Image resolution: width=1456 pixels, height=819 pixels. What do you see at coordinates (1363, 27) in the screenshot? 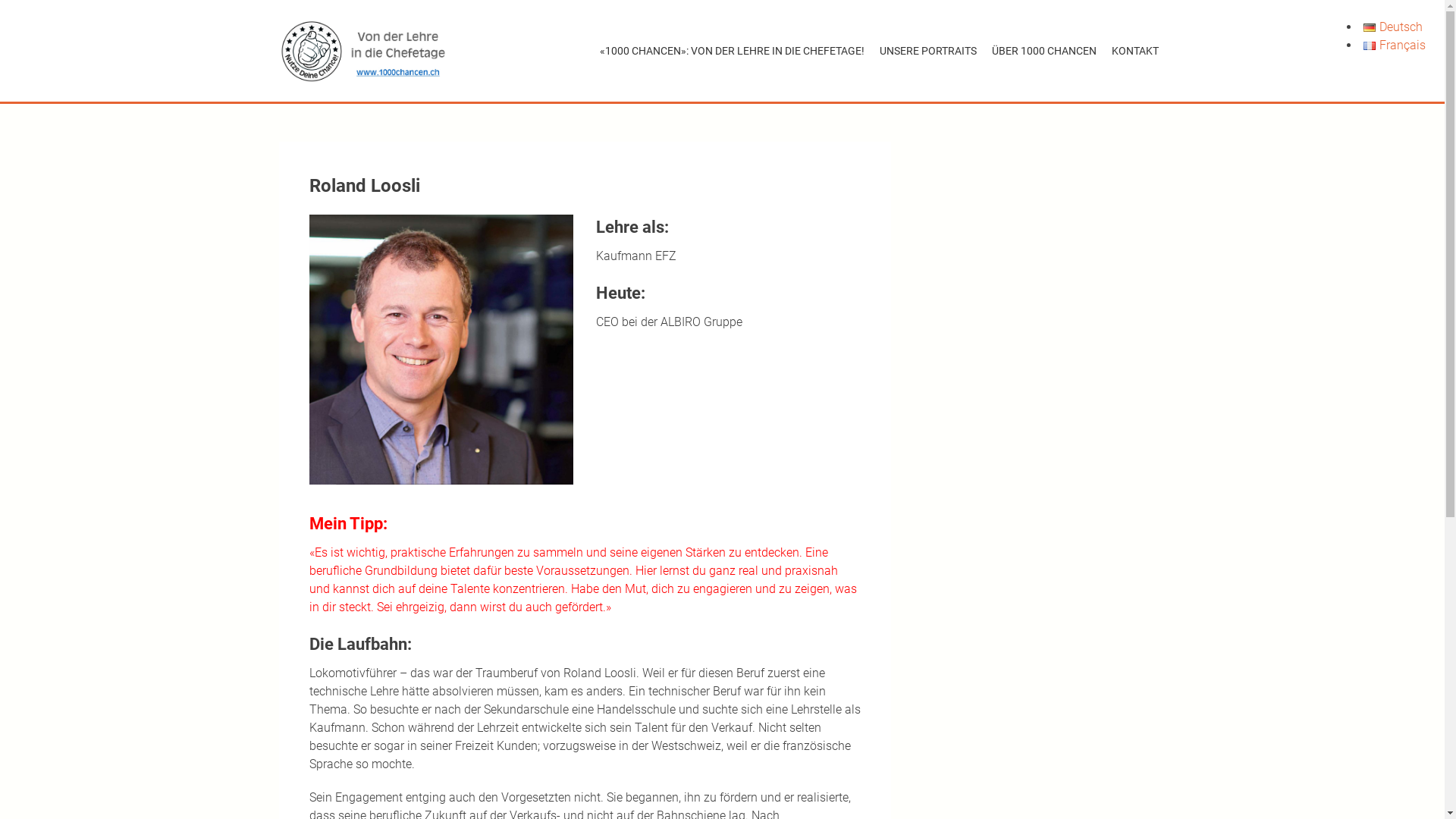
I see `'Deutsch'` at bounding box center [1363, 27].